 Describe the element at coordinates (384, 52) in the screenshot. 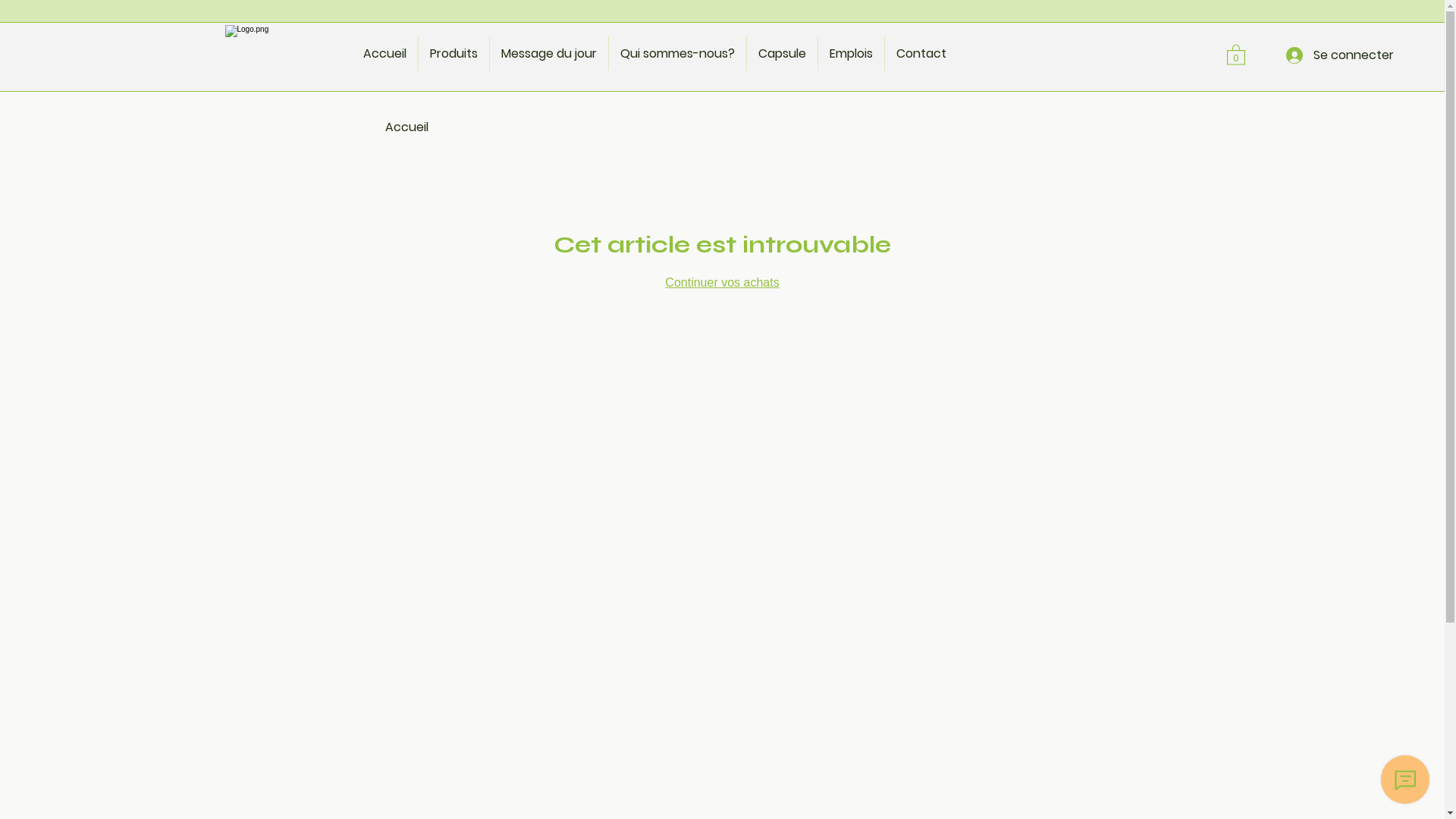

I see `'Accueil'` at that location.